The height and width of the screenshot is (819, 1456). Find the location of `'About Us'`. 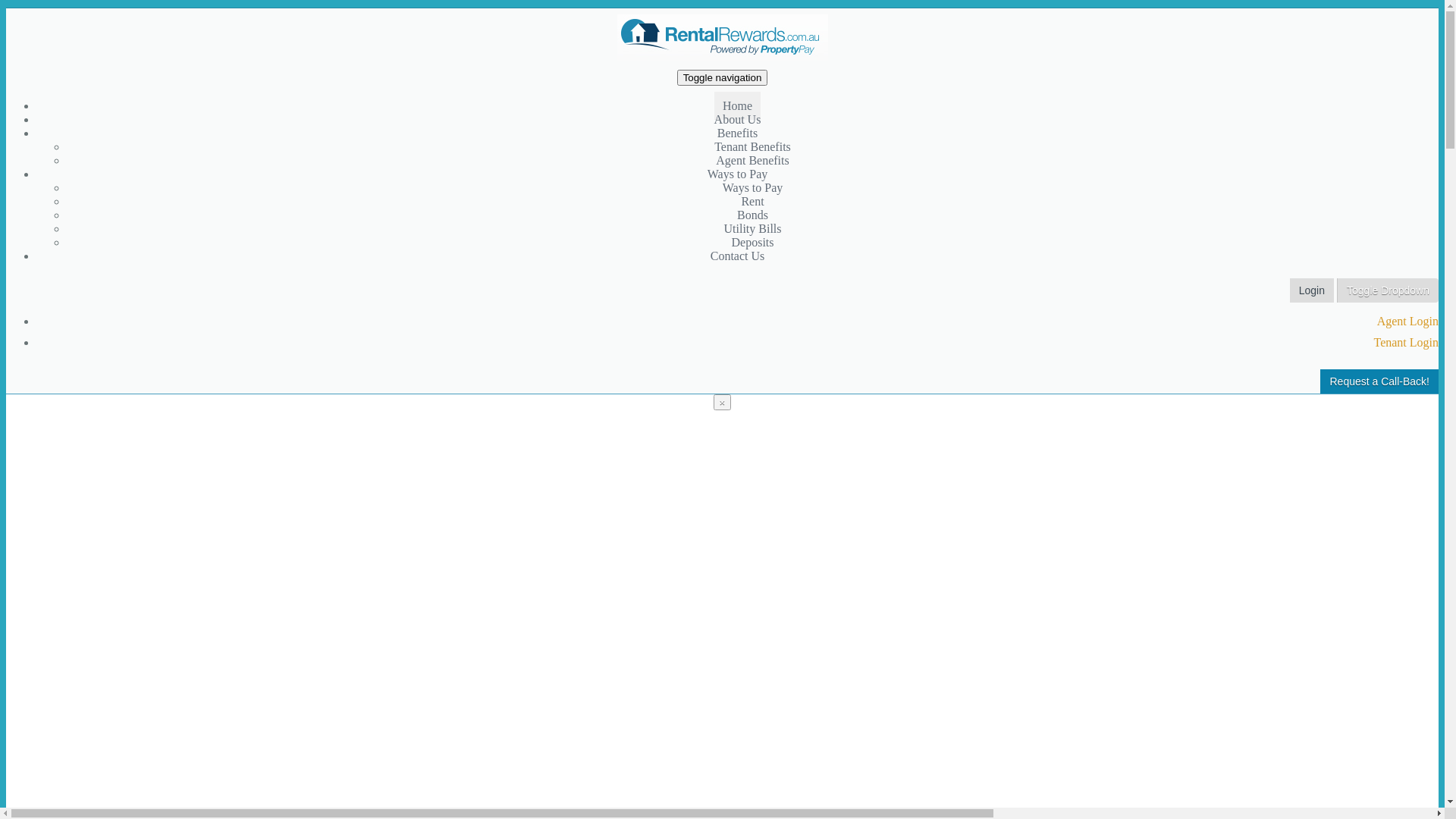

'About Us' is located at coordinates (738, 118).